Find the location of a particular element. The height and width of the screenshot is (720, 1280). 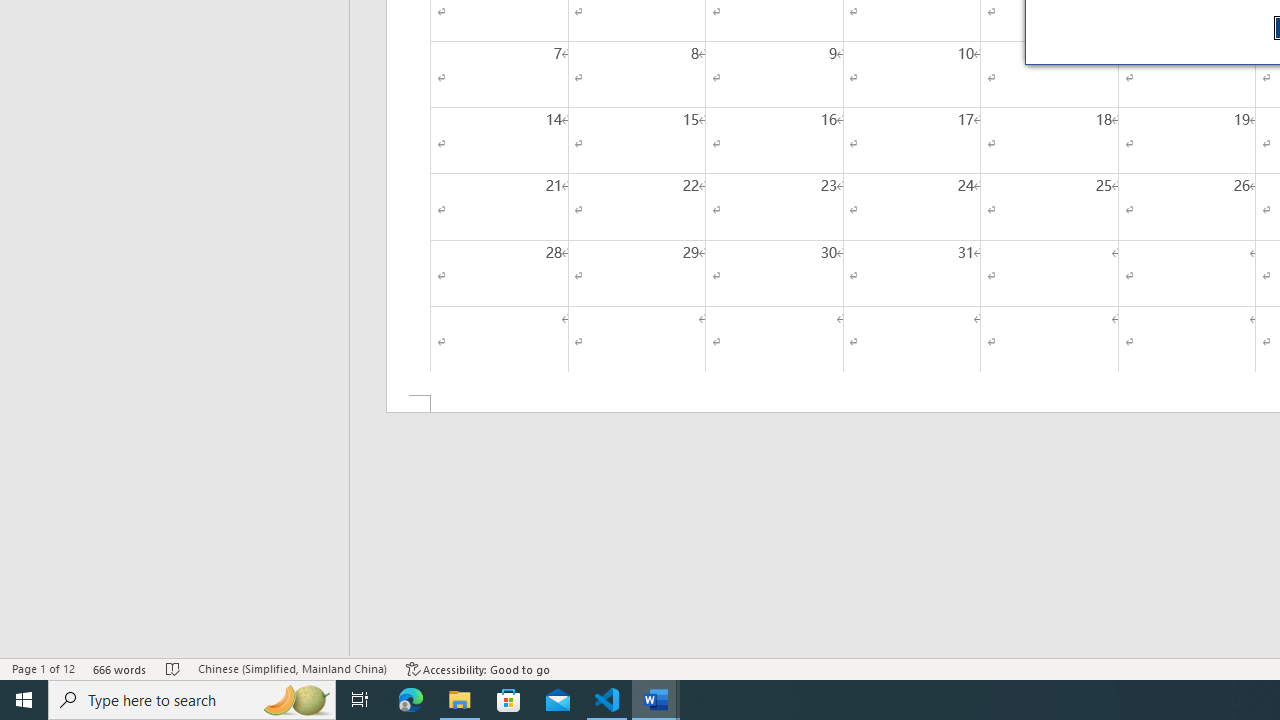

'Microsoft Store' is located at coordinates (509, 698).